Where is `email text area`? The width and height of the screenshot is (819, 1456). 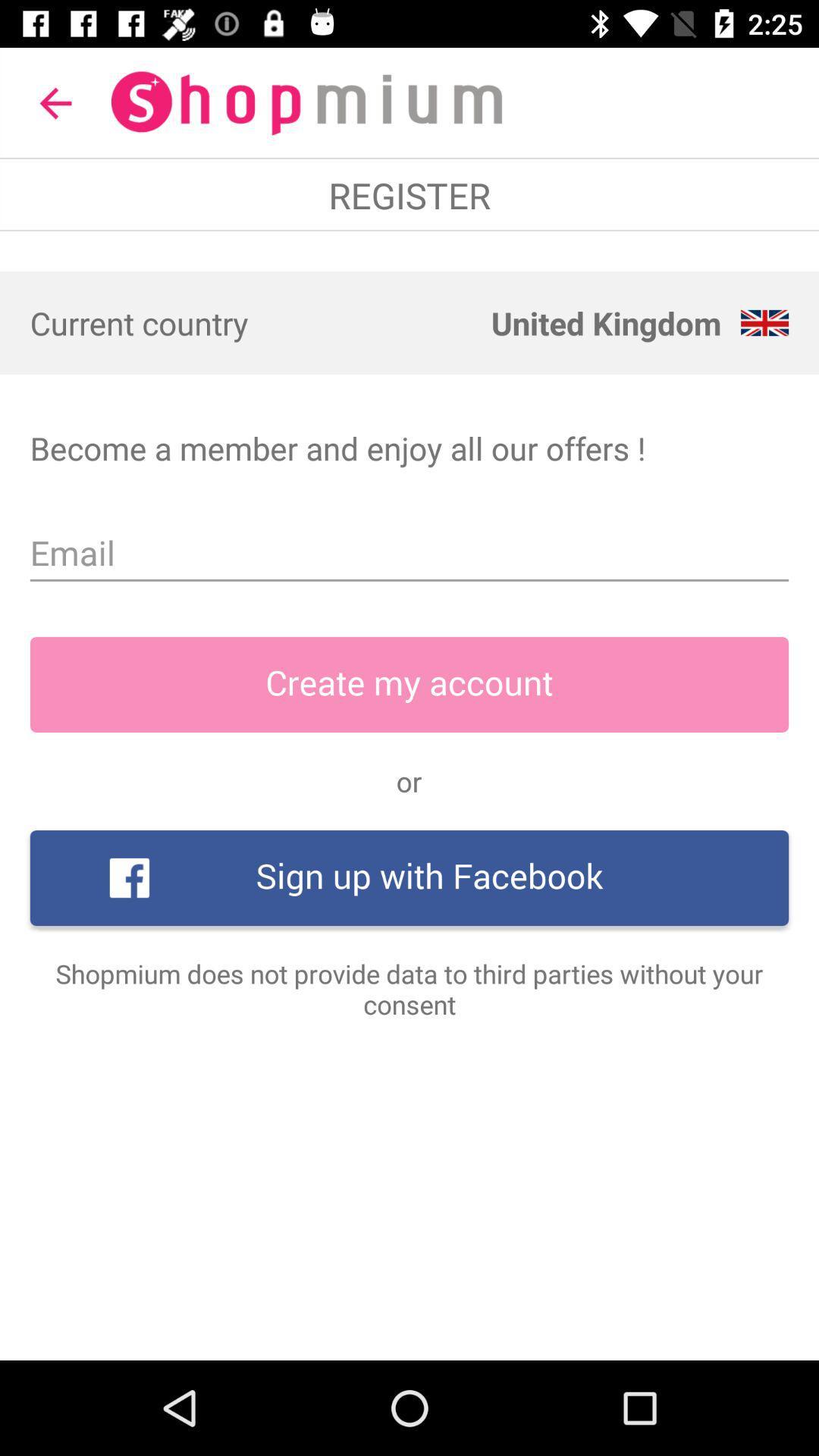 email text area is located at coordinates (409, 552).